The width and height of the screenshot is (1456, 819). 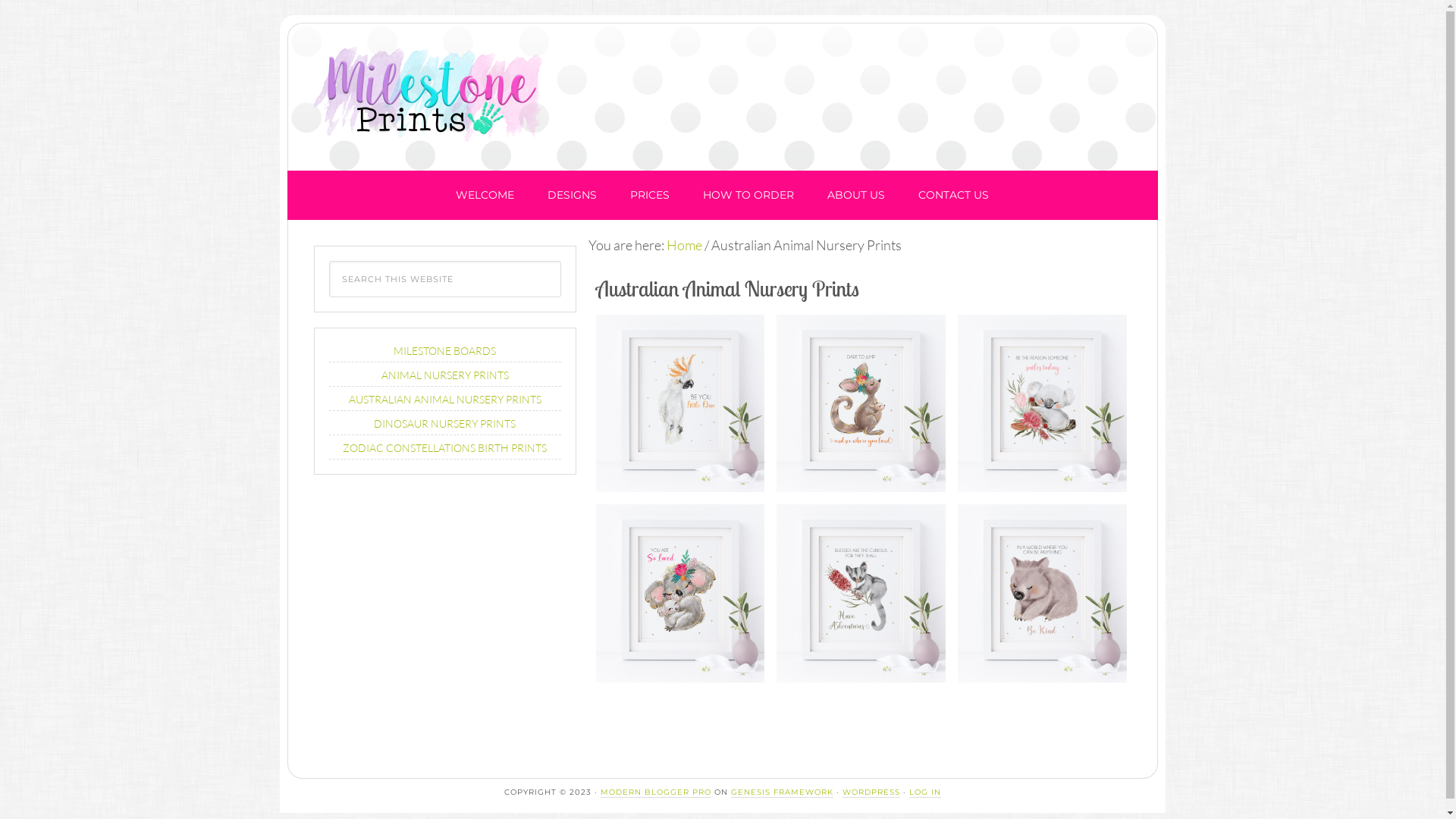 I want to click on 'Home', so click(x=666, y=244).